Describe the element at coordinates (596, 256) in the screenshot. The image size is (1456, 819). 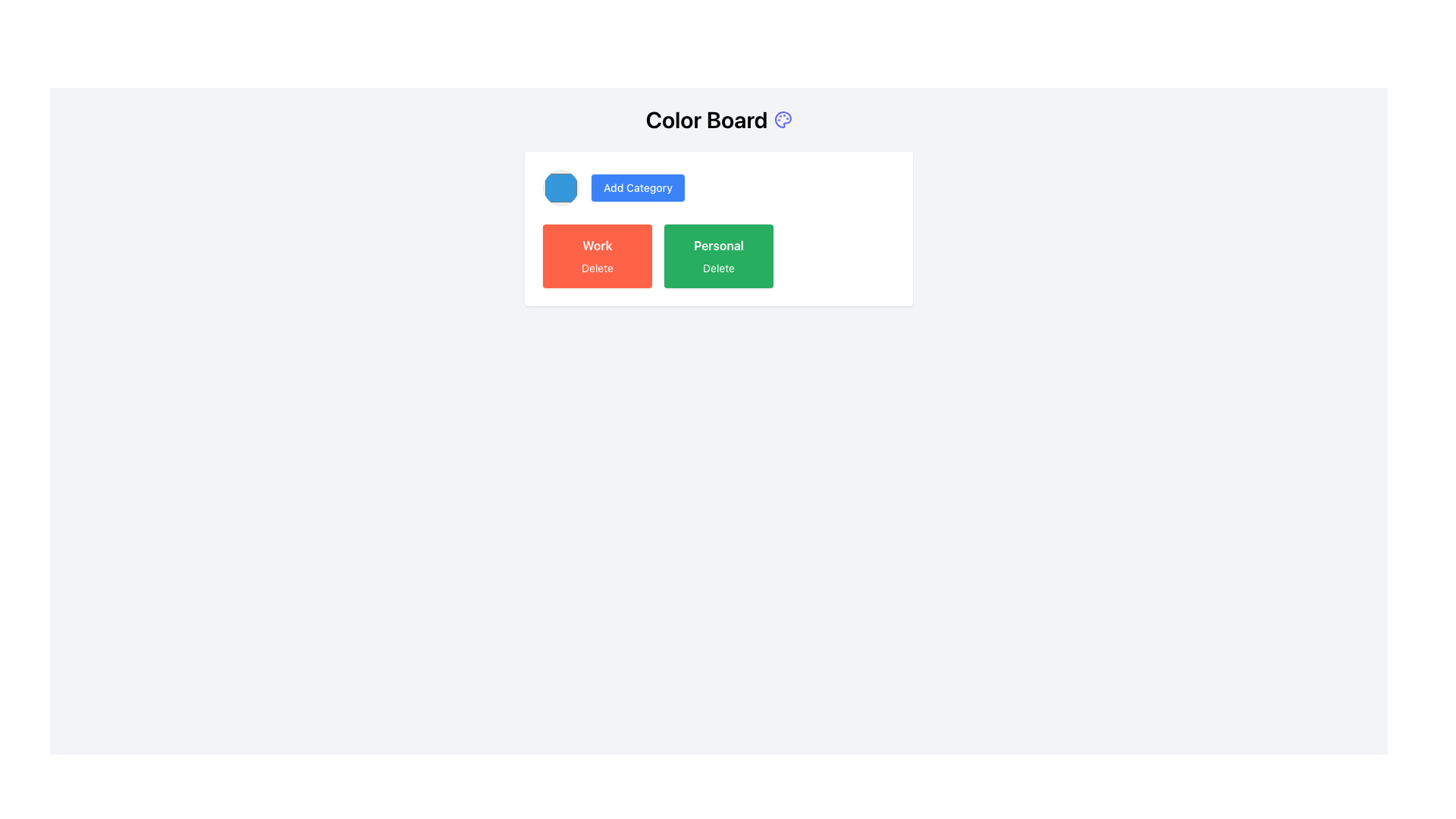
I see `the 'Delete' button labeled under the category 'Work'` at that location.